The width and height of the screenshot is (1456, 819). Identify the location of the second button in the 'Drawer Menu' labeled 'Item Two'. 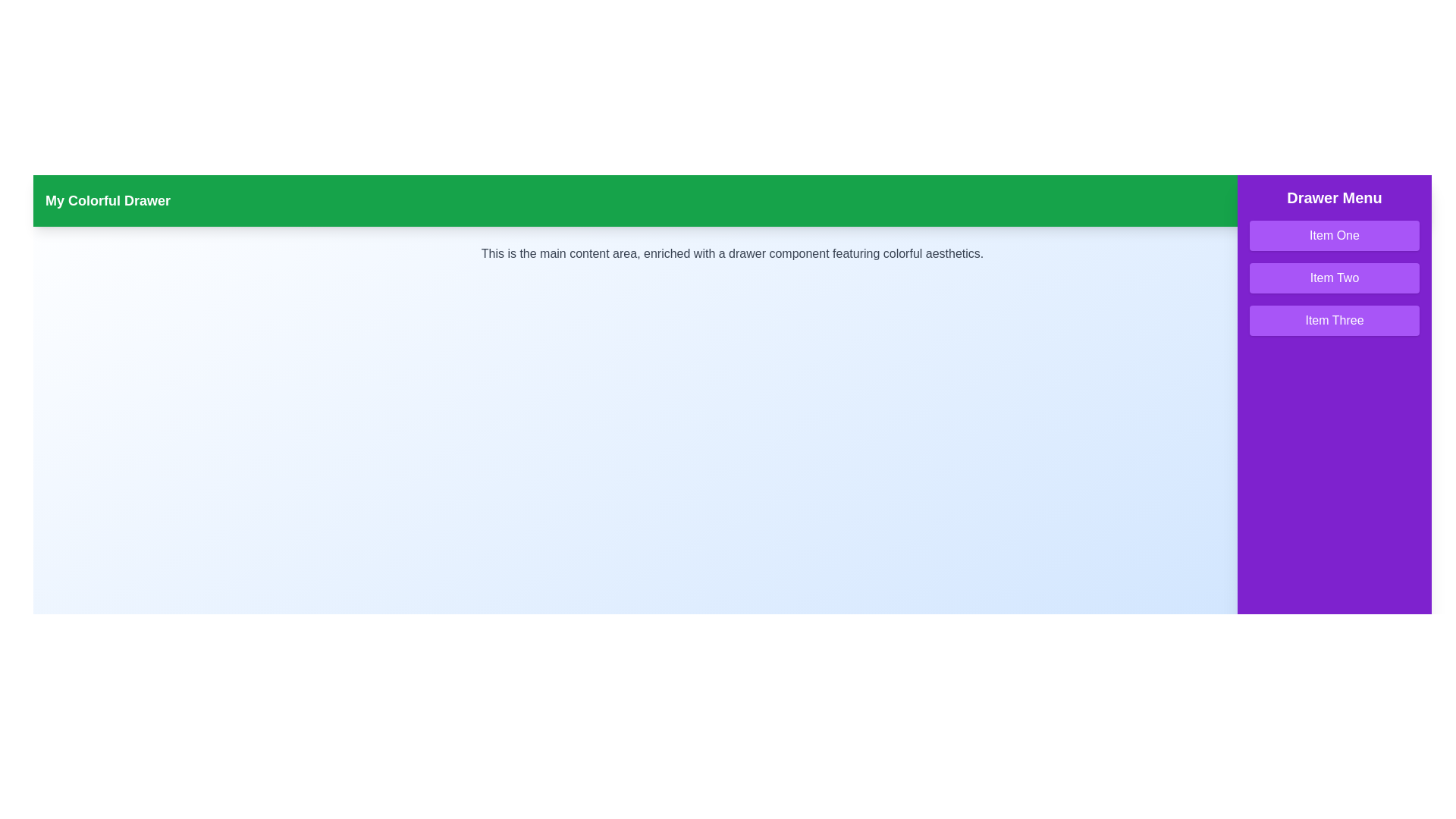
(1335, 278).